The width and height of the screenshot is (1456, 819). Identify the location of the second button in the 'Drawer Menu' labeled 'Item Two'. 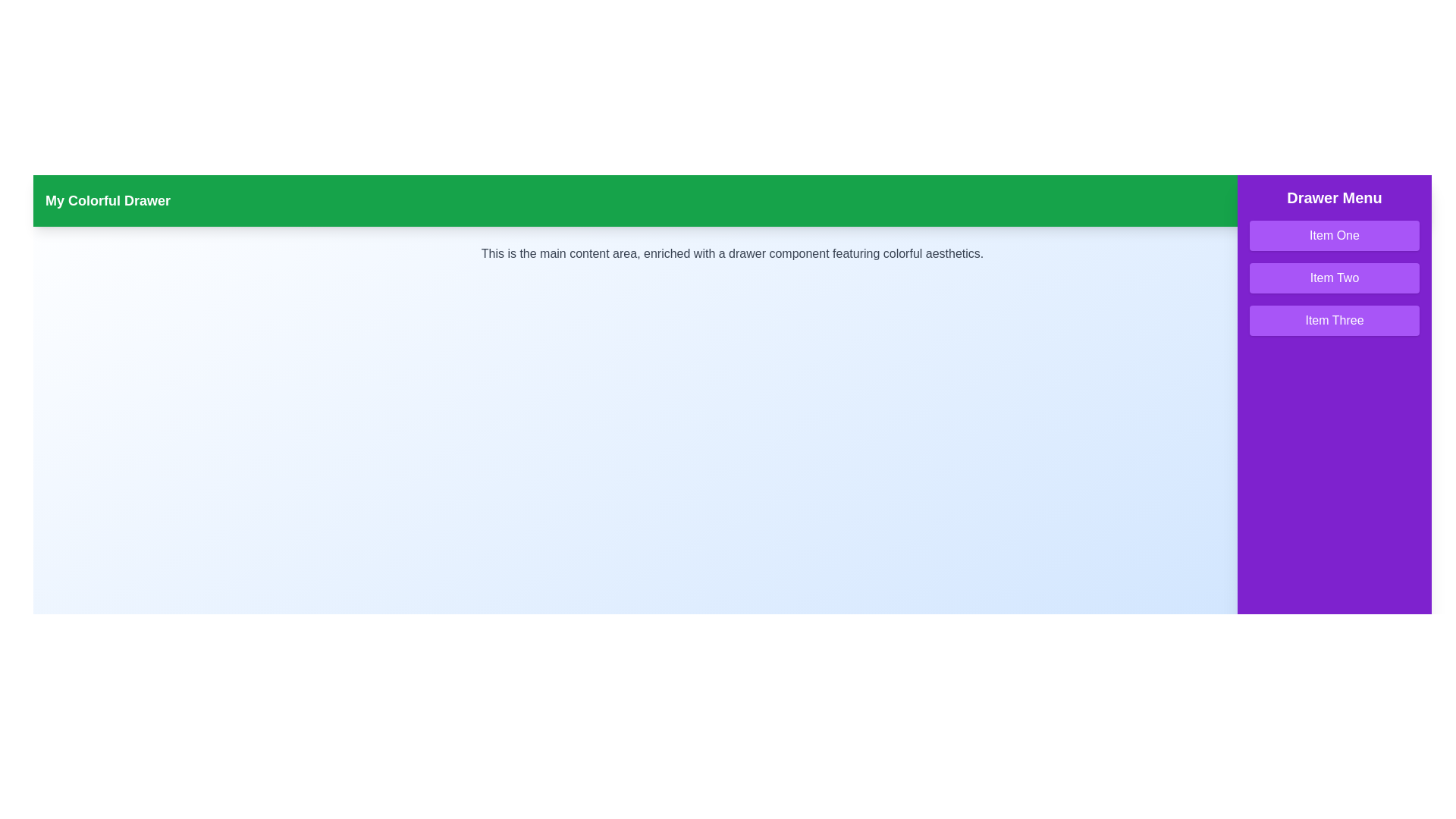
(1335, 278).